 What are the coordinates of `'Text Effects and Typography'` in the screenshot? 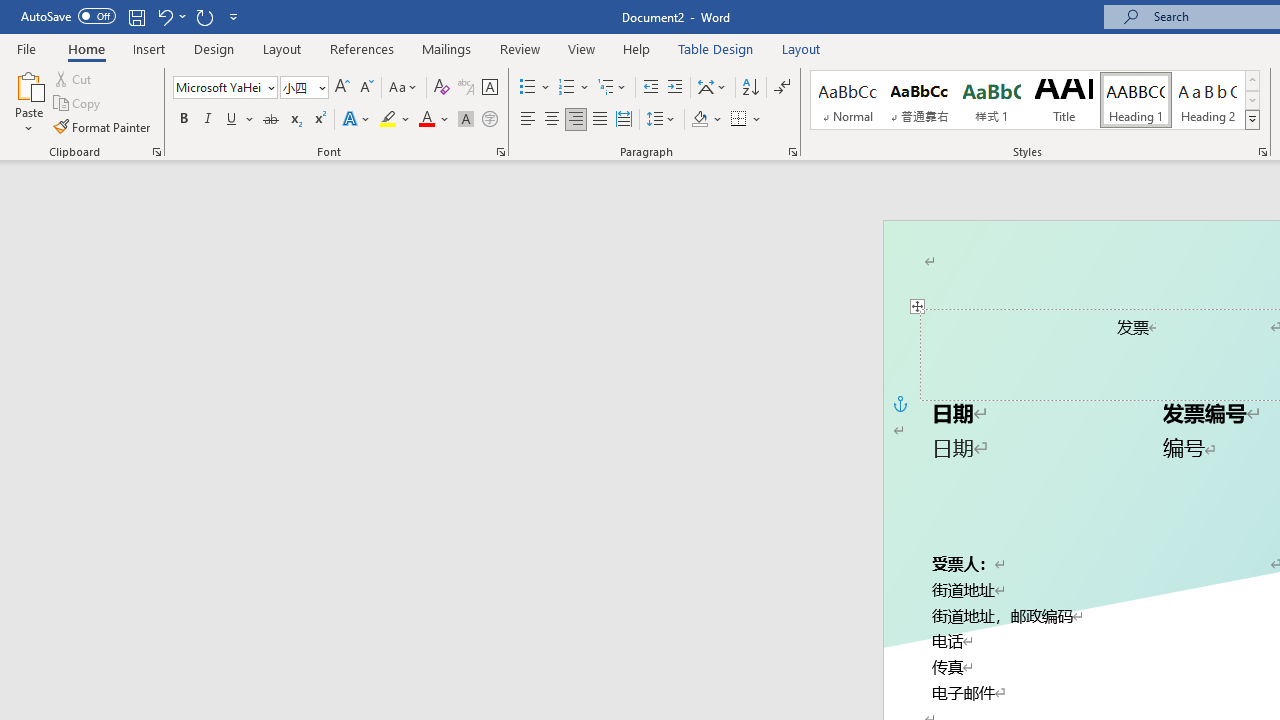 It's located at (357, 119).